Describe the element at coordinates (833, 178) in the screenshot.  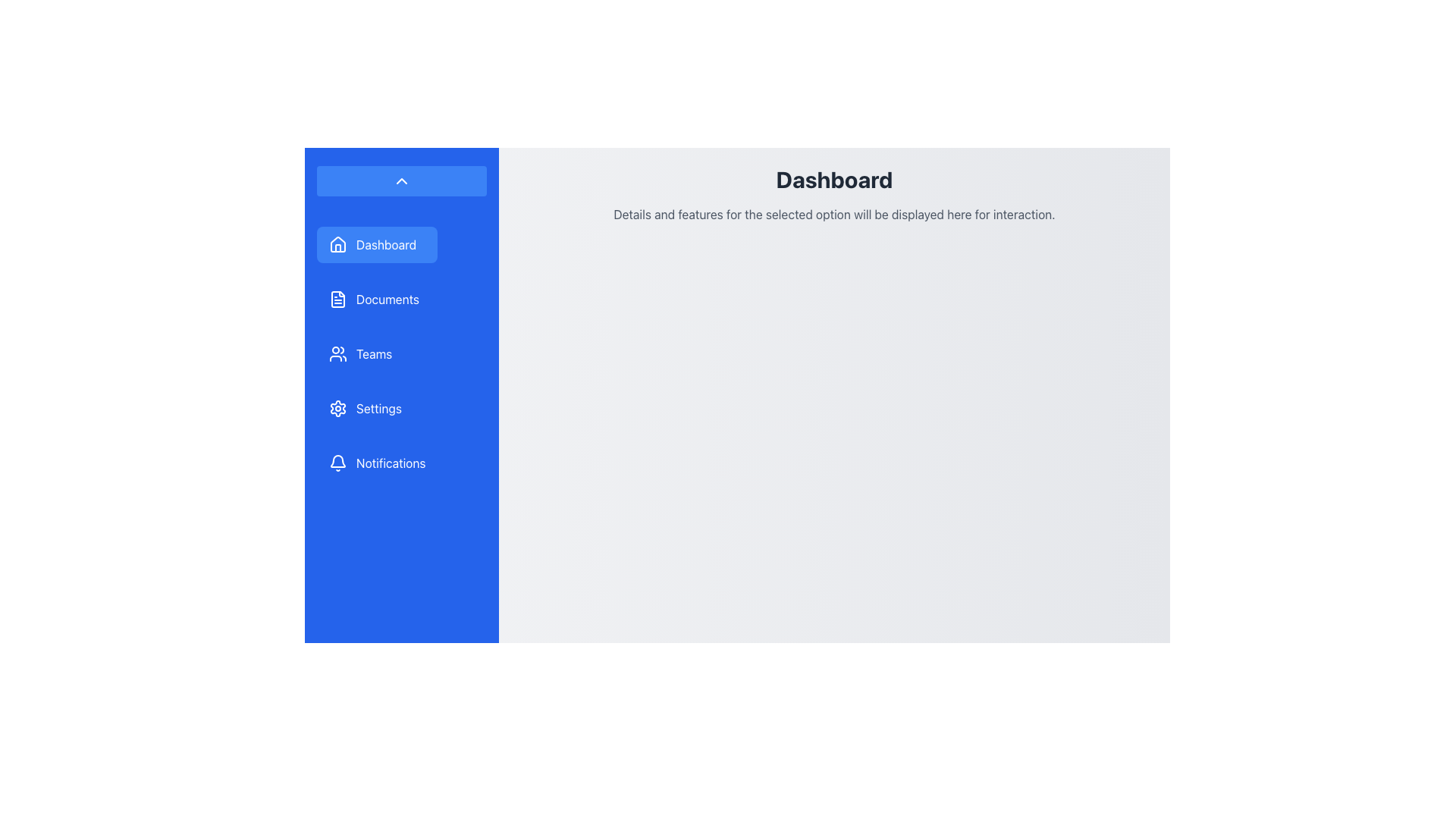
I see `the bold 'Dashboard' text label located prominently at the top of the right content panel` at that location.